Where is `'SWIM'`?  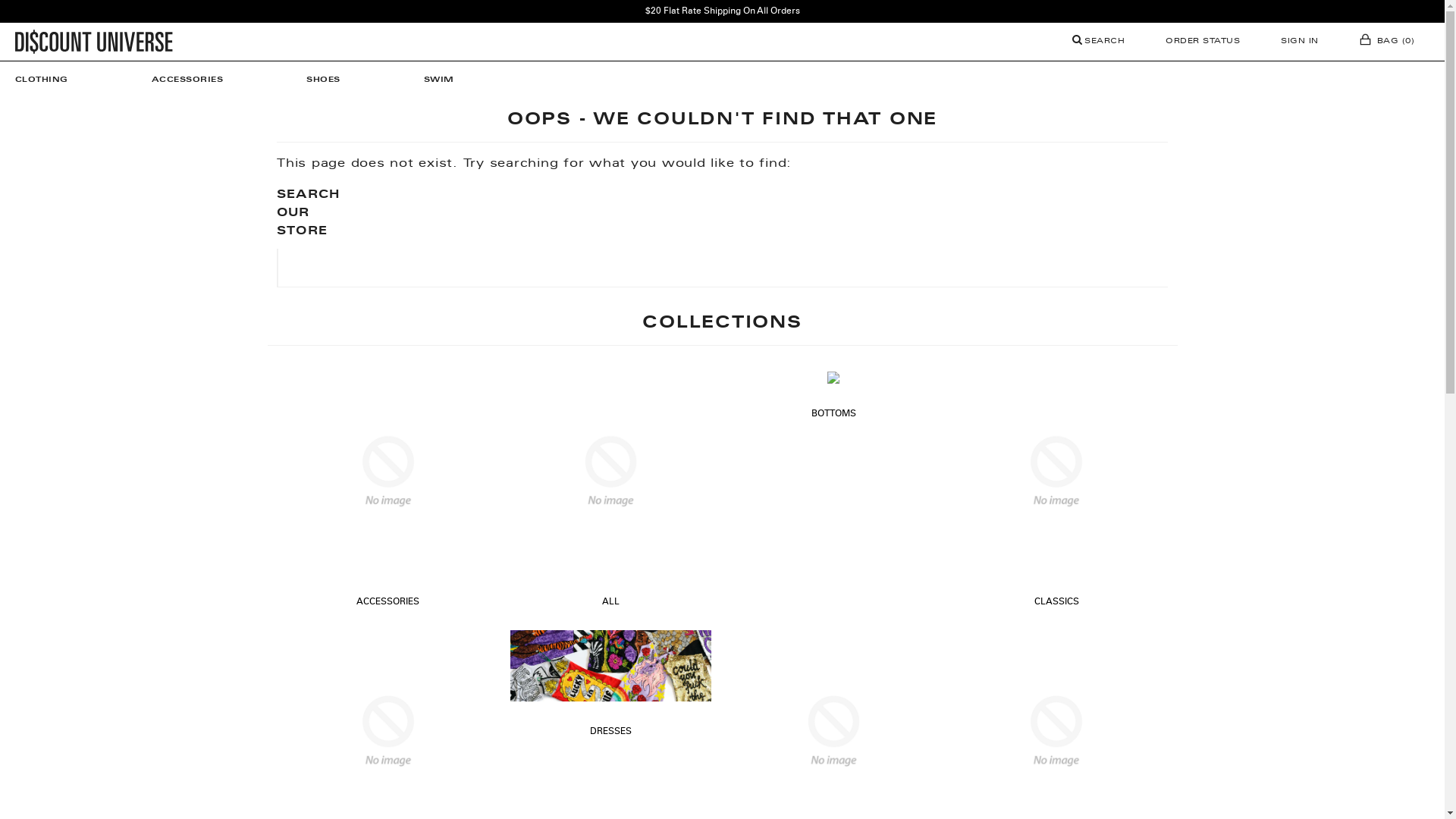
'SWIM' is located at coordinates (438, 80).